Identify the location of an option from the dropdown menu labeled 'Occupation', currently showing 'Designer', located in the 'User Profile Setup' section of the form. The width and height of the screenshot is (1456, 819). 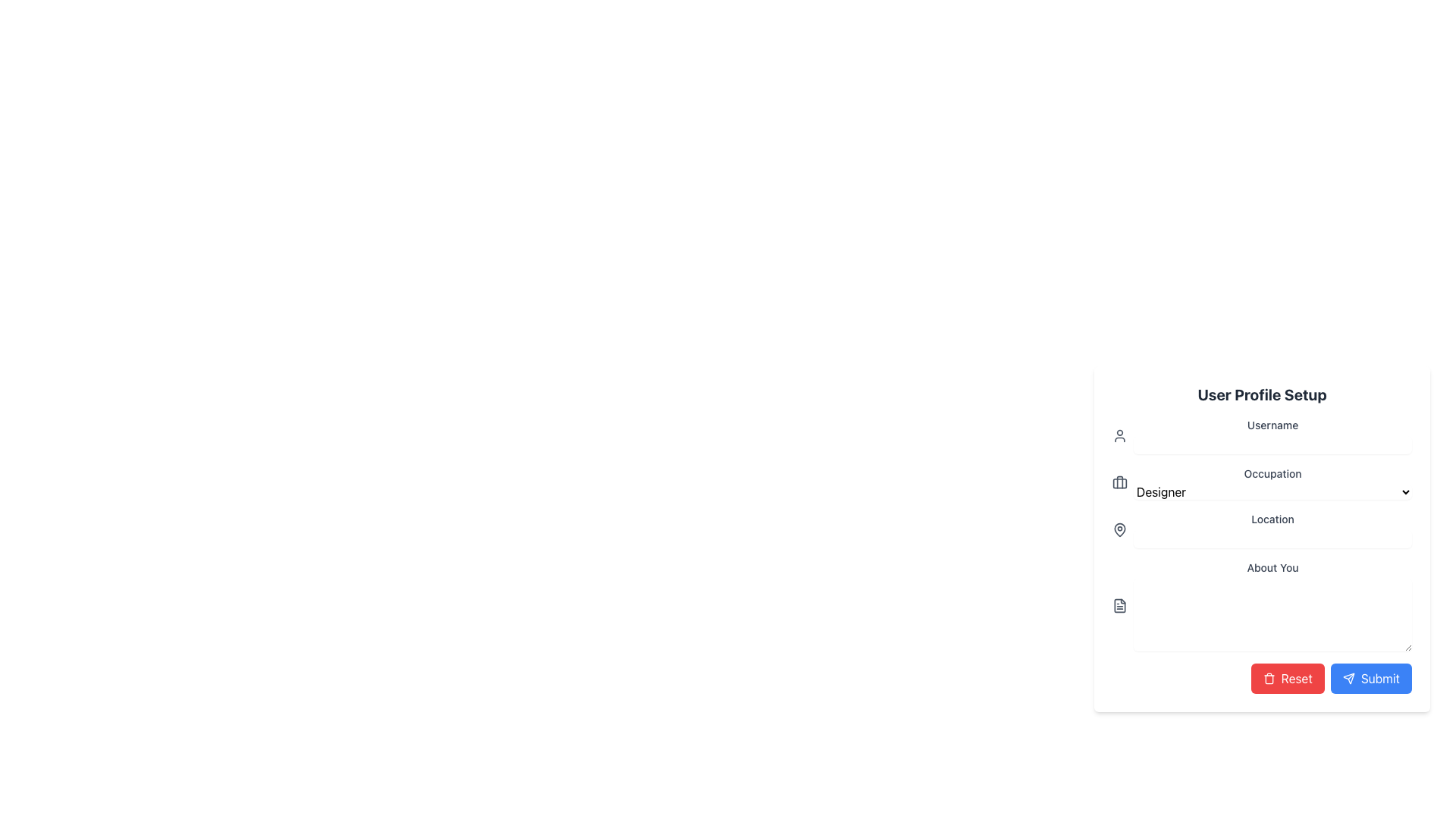
(1272, 482).